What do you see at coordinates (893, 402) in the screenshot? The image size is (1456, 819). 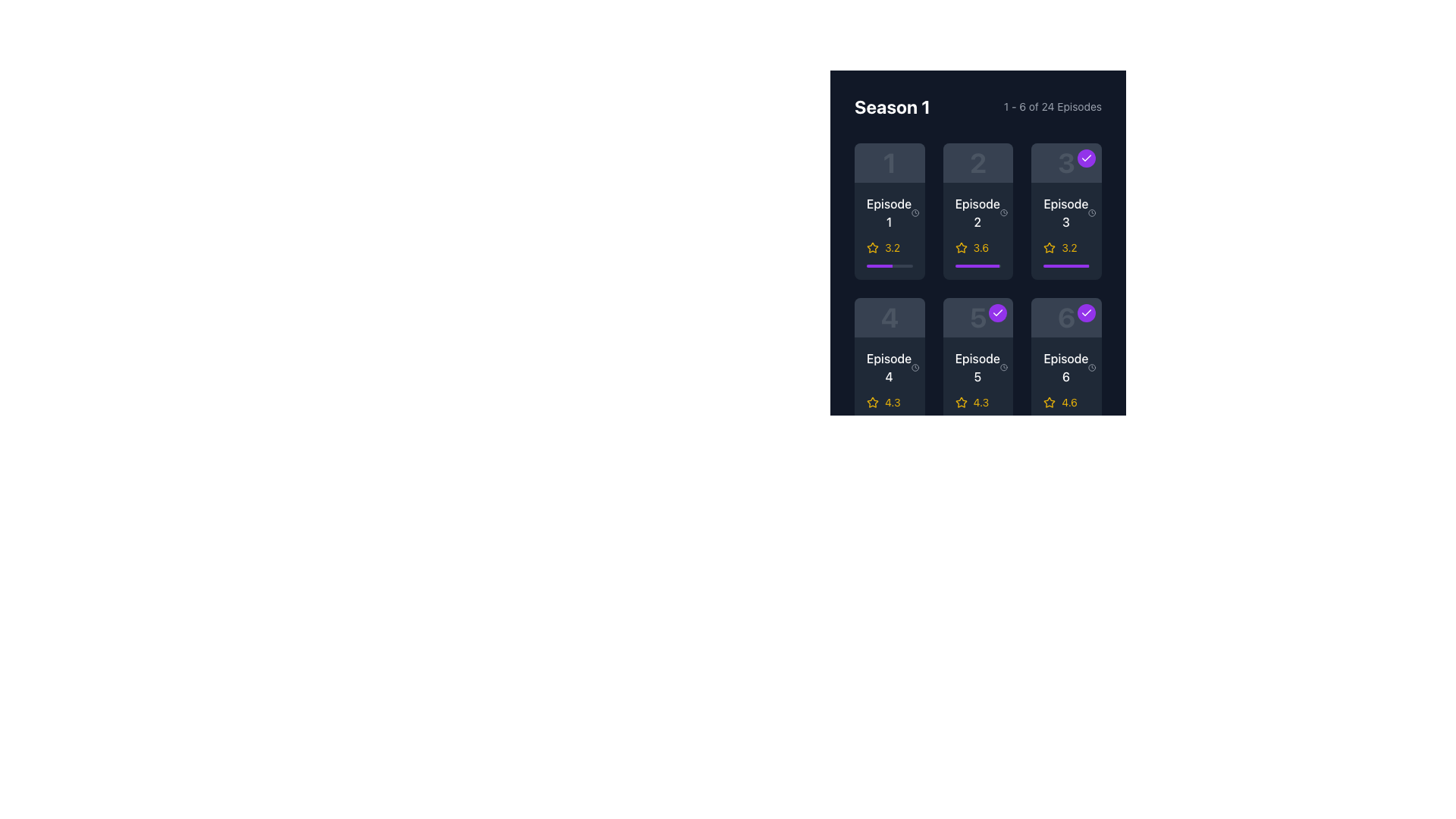 I see `the numeric rating label located in the lower part of Episode 5's card, positioned directly to the right of the yellow star icon` at bounding box center [893, 402].